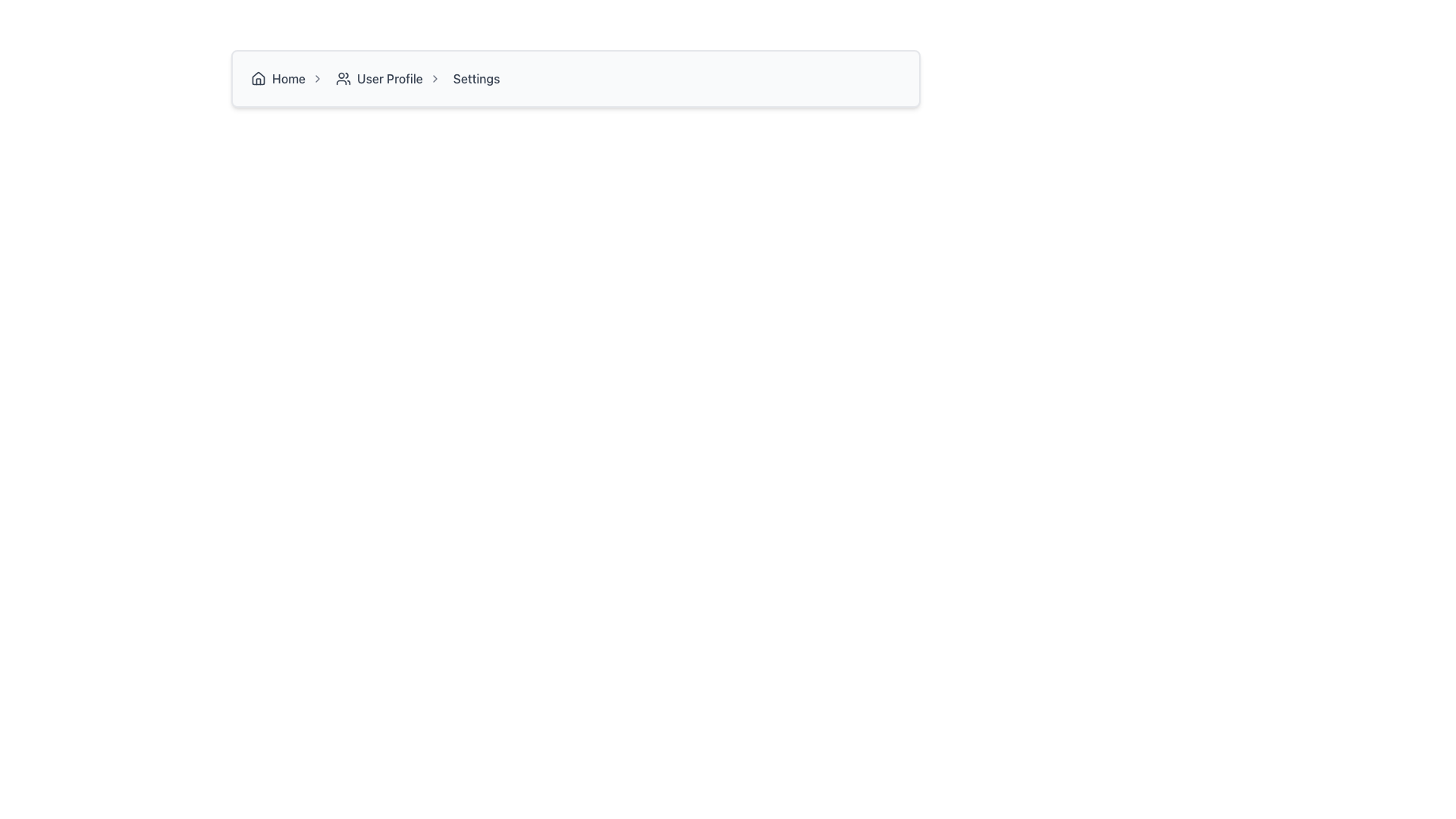 Image resolution: width=1456 pixels, height=819 pixels. I want to click on the user profile icon, which is a compact icon representing users with two stylized human figures, located next to the 'User Profile' text in the breadcrumb navigation bar, so click(342, 79).